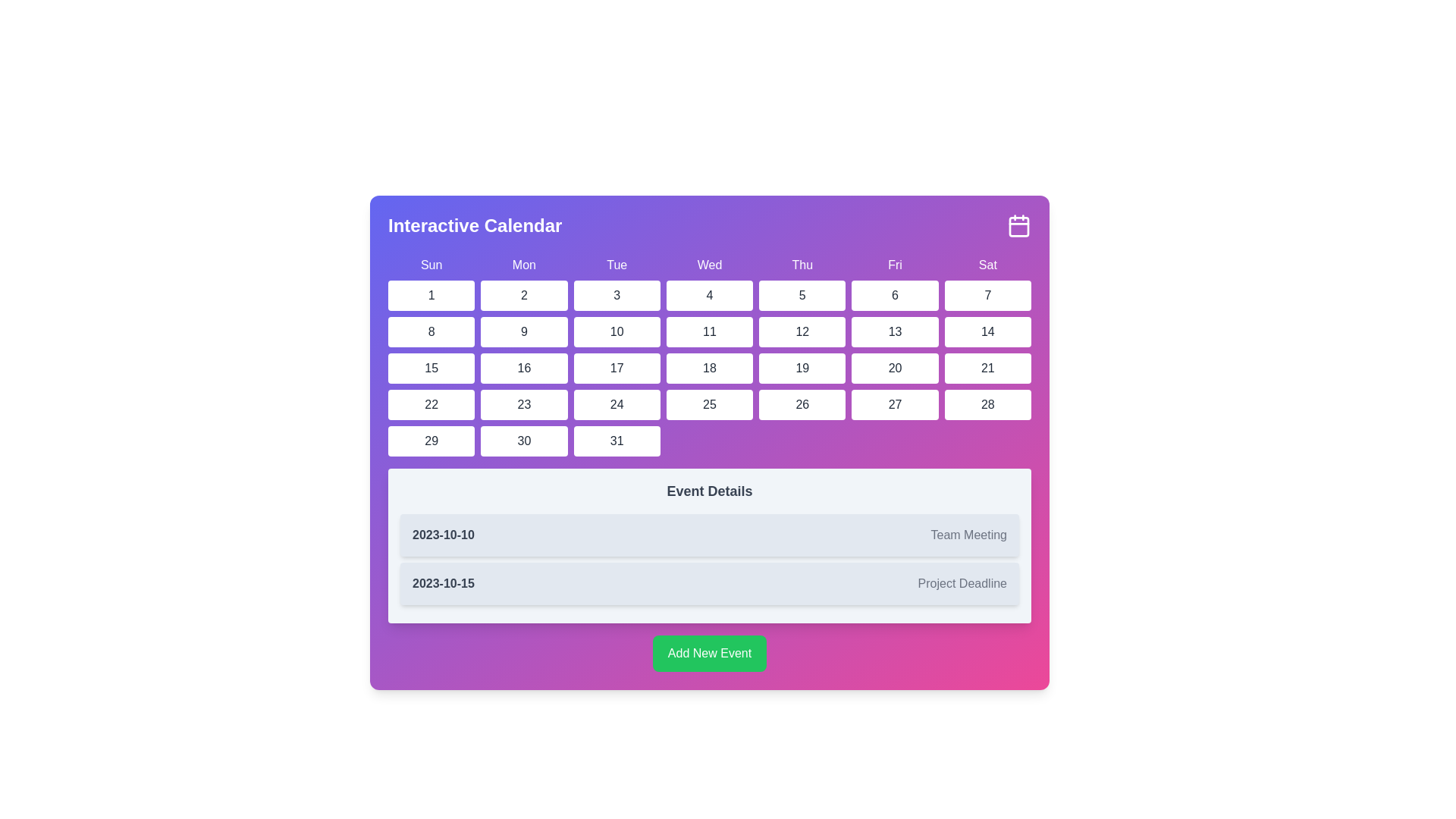 Image resolution: width=1456 pixels, height=819 pixels. I want to click on the day cell in the calendar grid that displays the number '19', located under the column labeled 'Thu' in the third row, for keyboard navigation, so click(802, 369).